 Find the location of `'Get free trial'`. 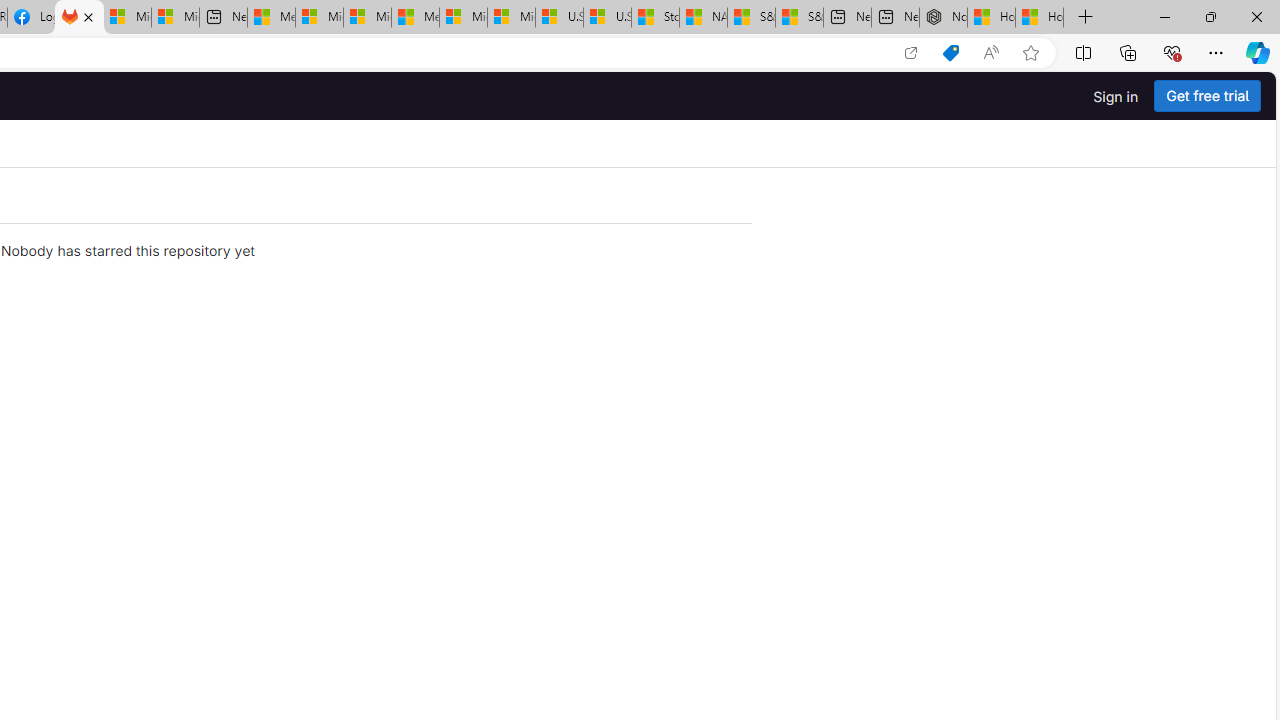

'Get free trial' is located at coordinates (1206, 96).